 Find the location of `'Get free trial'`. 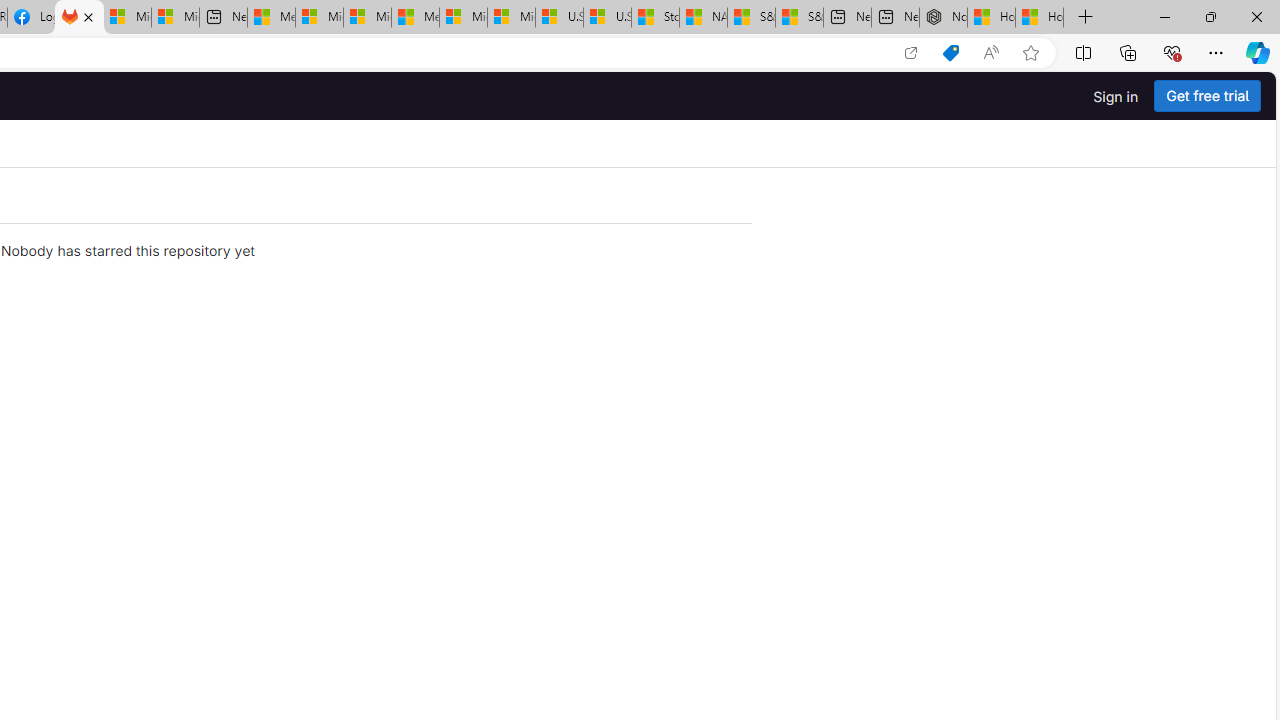

'Get free trial' is located at coordinates (1206, 96).